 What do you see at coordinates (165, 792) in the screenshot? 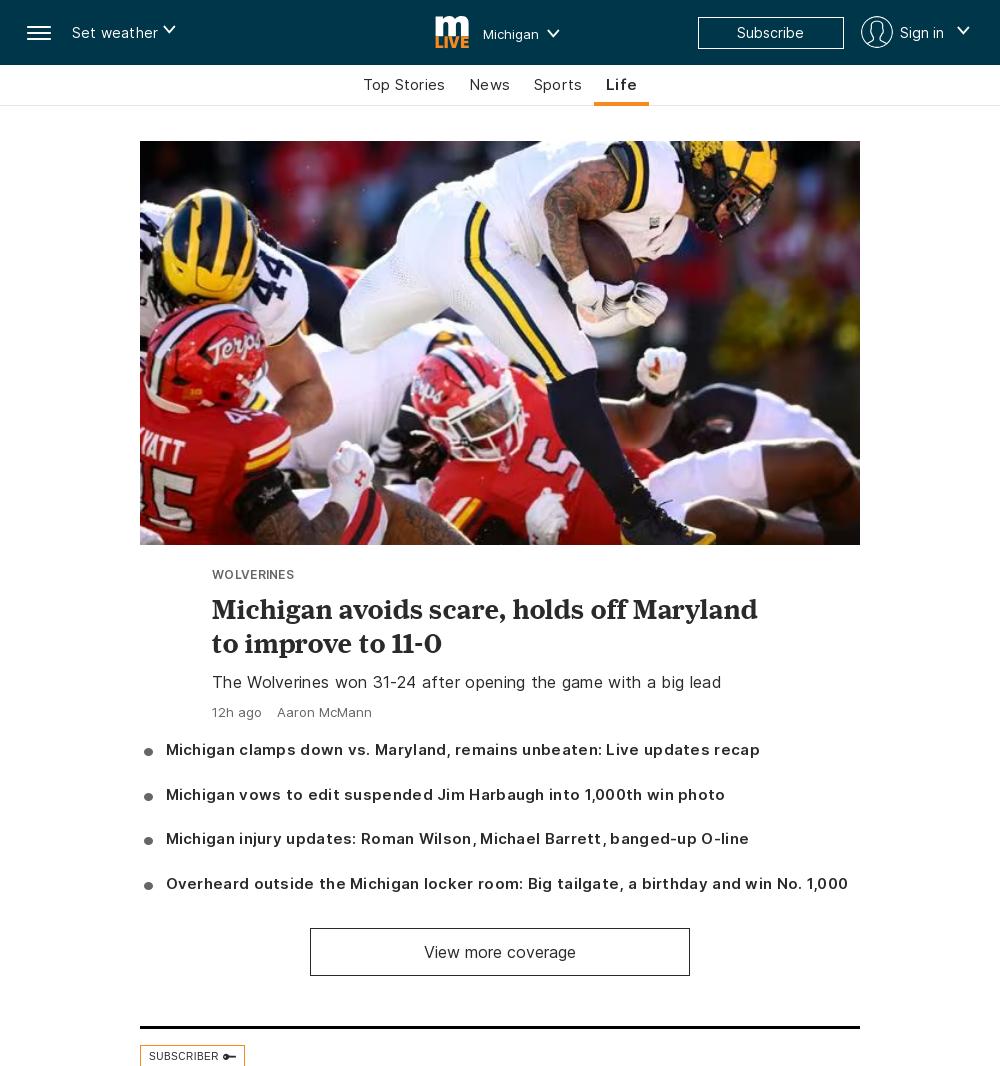
I see `'Michigan vows to edit suspended Jim Harbaugh into 1,000th win photo'` at bounding box center [165, 792].